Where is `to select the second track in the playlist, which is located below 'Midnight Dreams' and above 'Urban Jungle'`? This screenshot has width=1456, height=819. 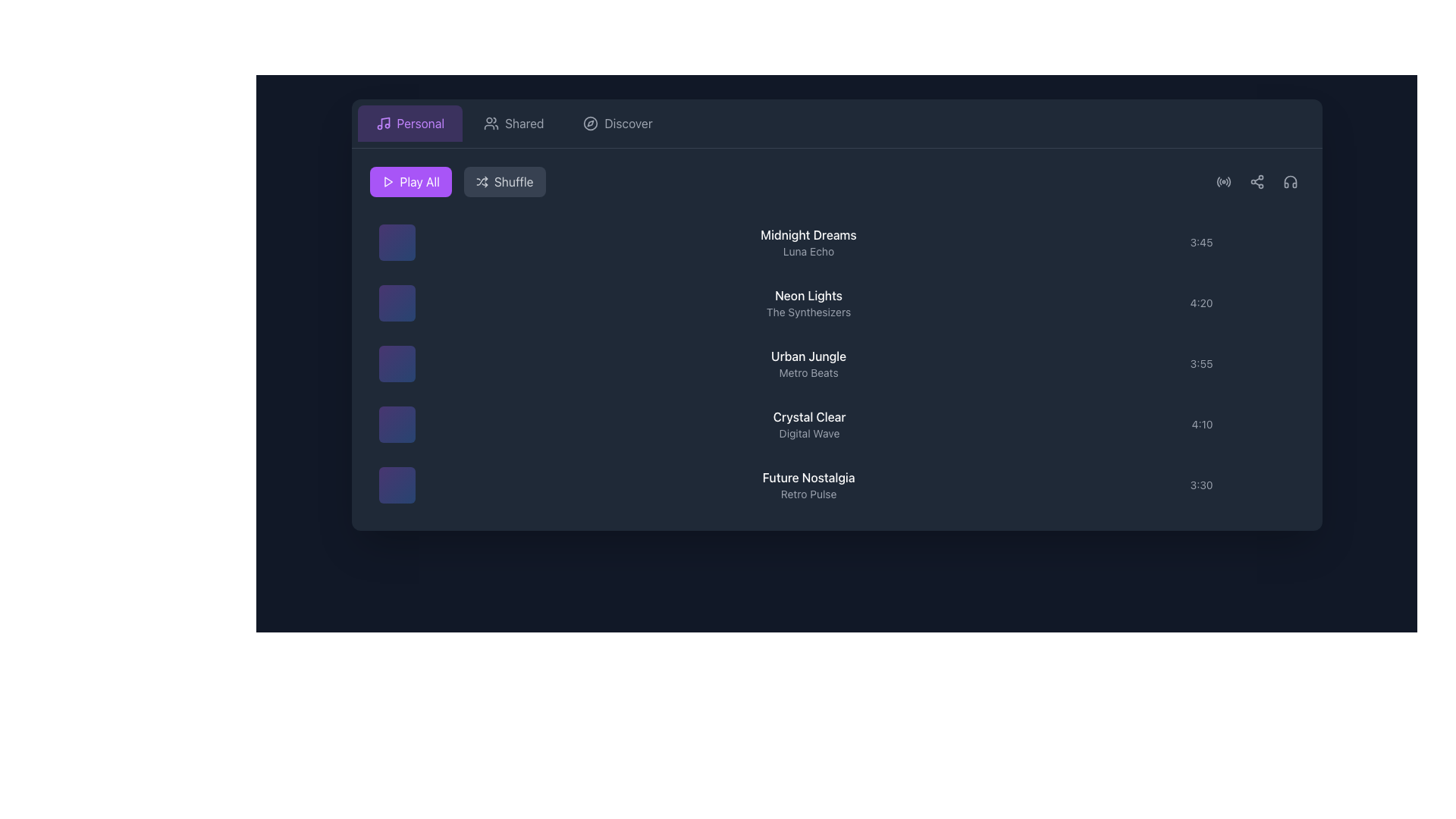
to select the second track in the playlist, which is located below 'Midnight Dreams' and above 'Urban Jungle' is located at coordinates (836, 303).